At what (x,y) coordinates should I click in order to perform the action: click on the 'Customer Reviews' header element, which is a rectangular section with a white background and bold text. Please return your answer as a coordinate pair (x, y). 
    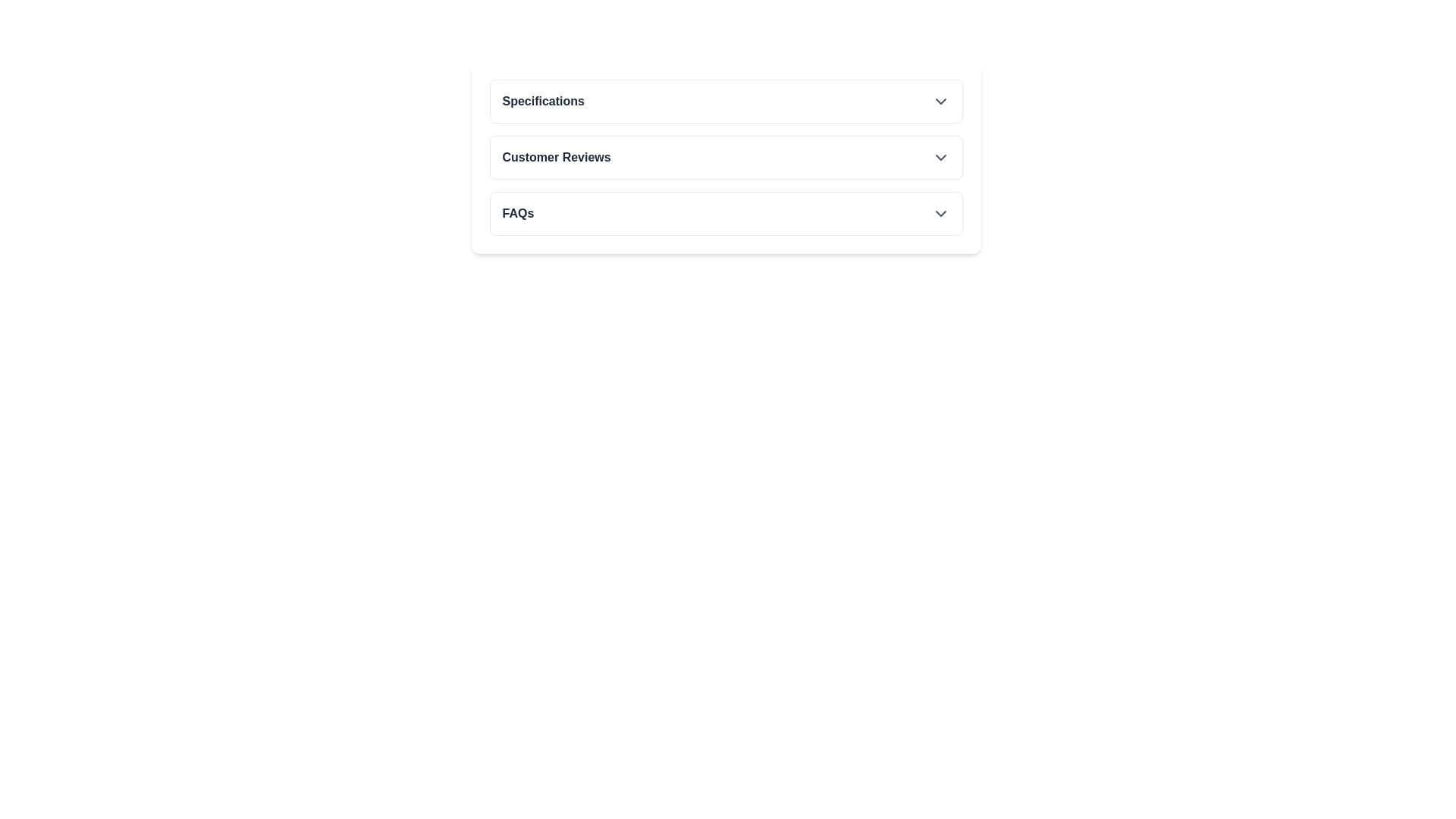
    Looking at the image, I should click on (725, 158).